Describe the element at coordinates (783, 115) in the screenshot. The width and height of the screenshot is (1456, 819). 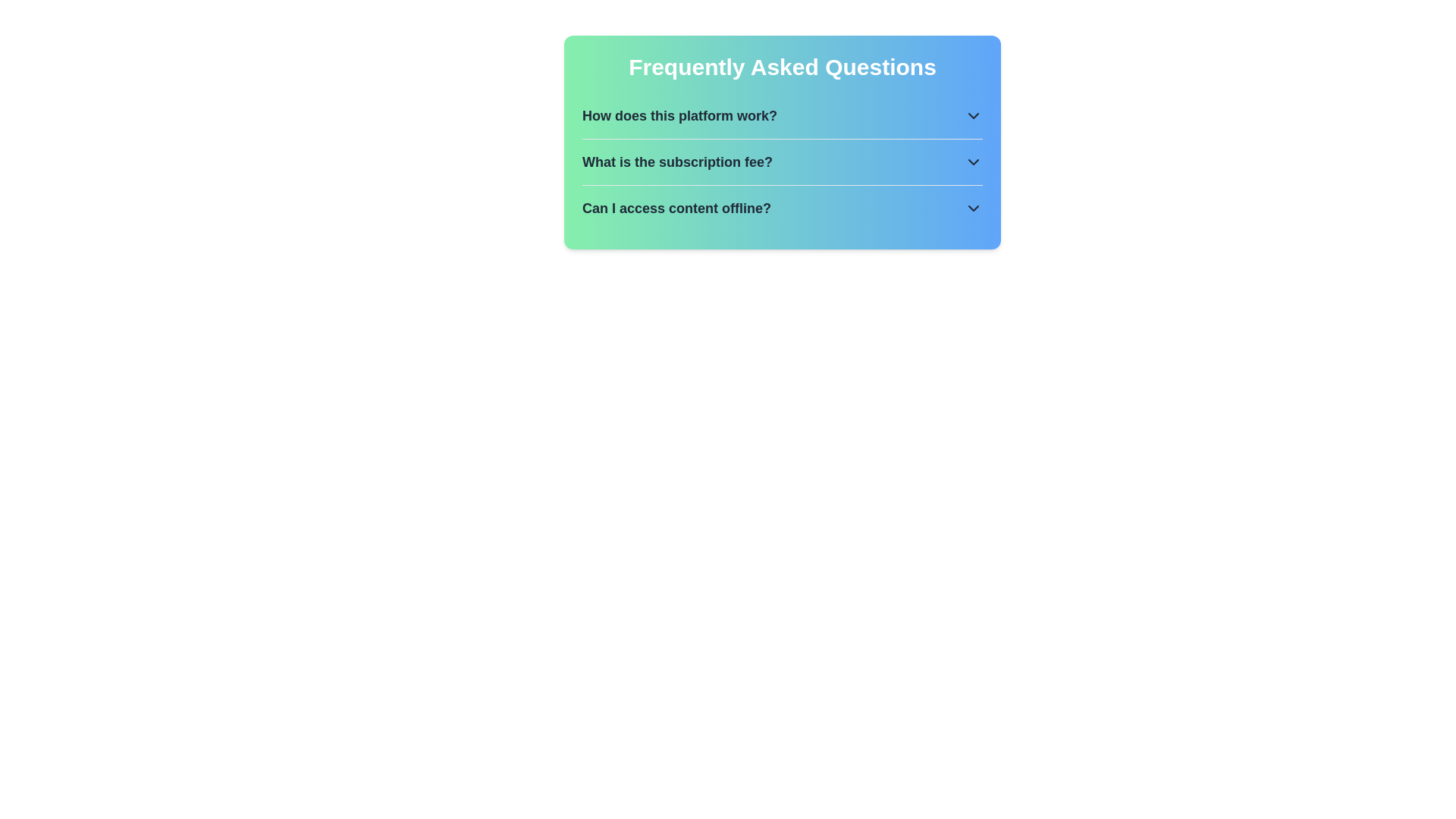
I see `the 'How does this platform work?' dropdown toggle button to observe styling changes` at that location.